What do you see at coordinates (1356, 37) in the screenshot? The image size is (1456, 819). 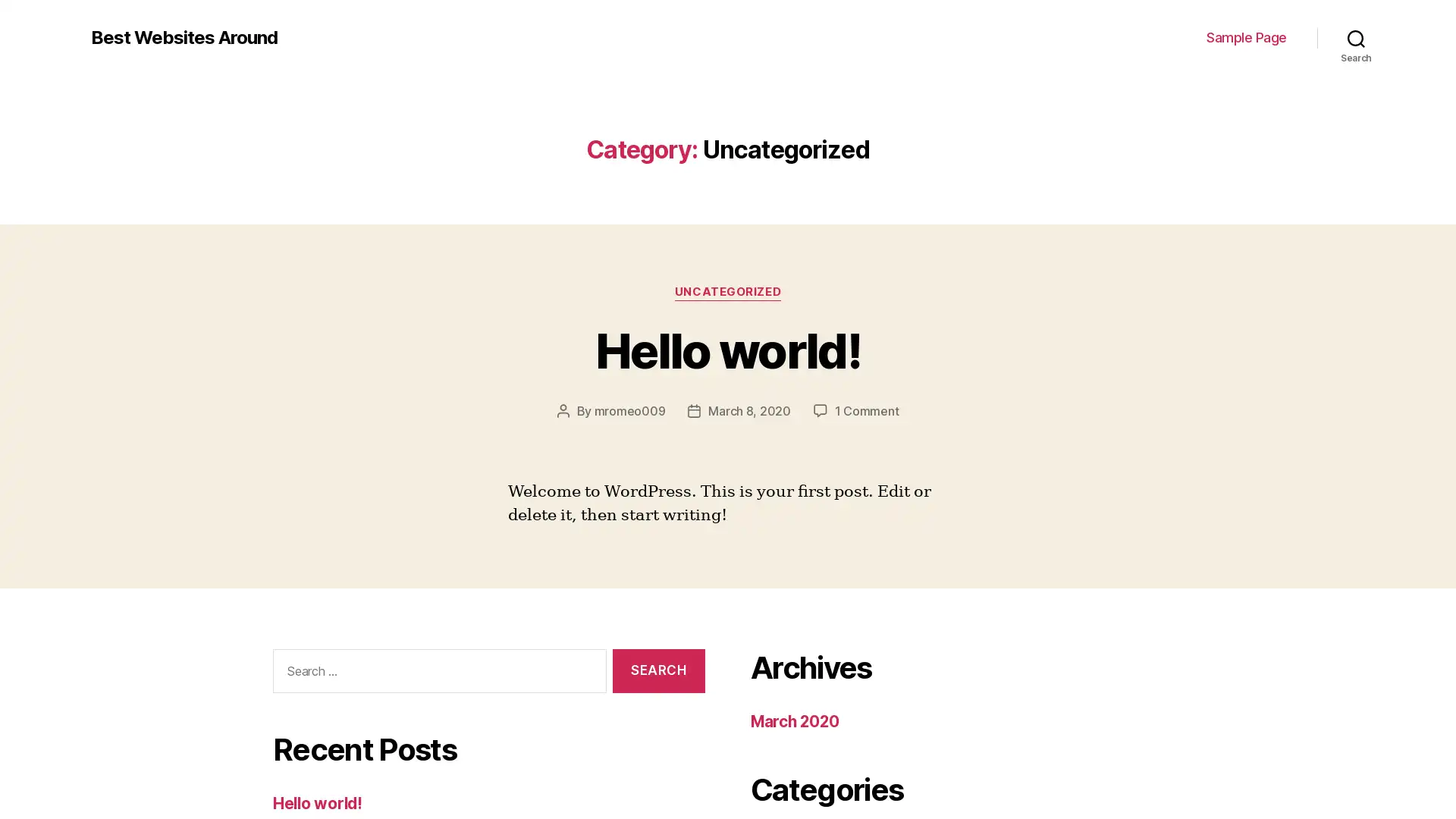 I see `Search` at bounding box center [1356, 37].